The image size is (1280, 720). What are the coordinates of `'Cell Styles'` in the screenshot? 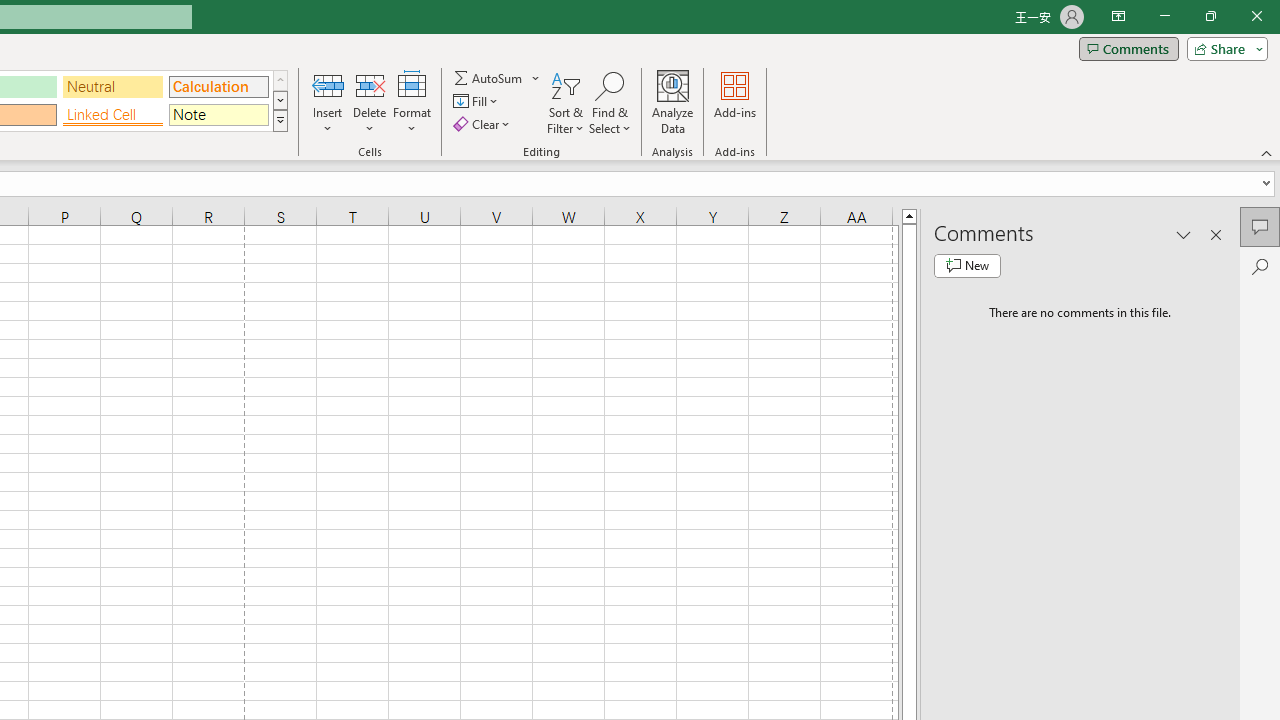 It's located at (279, 120).